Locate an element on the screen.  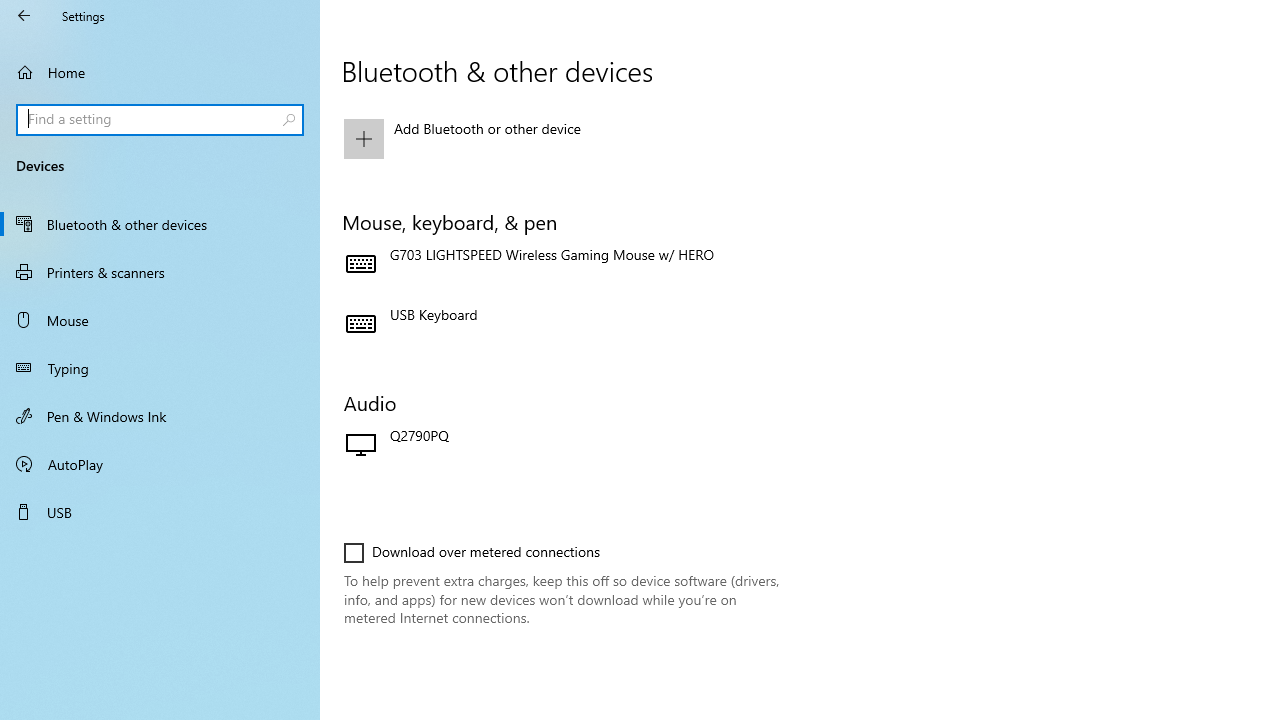
'Printers & scanners' is located at coordinates (160, 271).